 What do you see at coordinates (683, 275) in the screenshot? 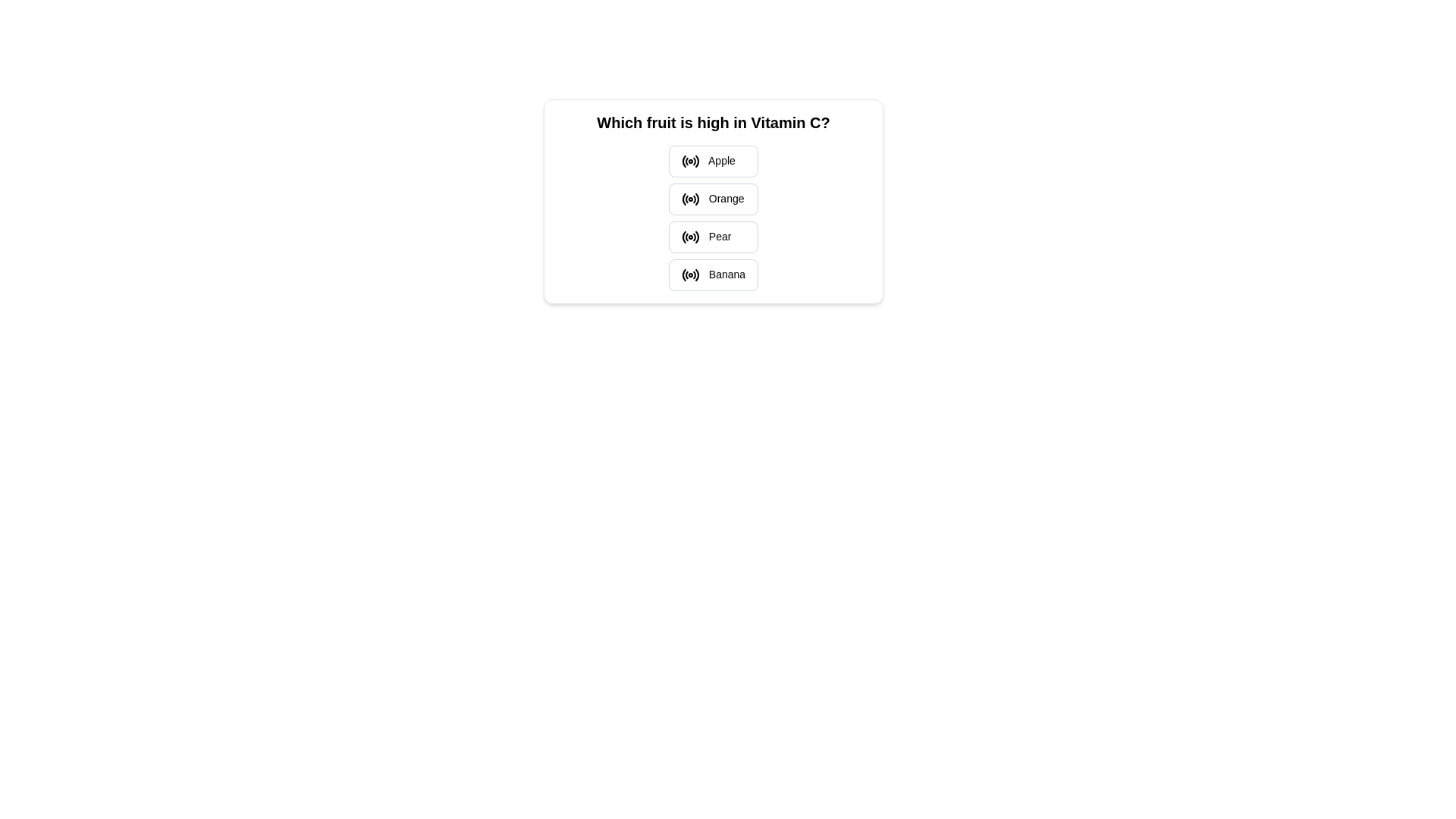
I see `the decorative SVG element of the radio button positioned to the left of the text label 'Banana', which is the fourth option in the list` at bounding box center [683, 275].